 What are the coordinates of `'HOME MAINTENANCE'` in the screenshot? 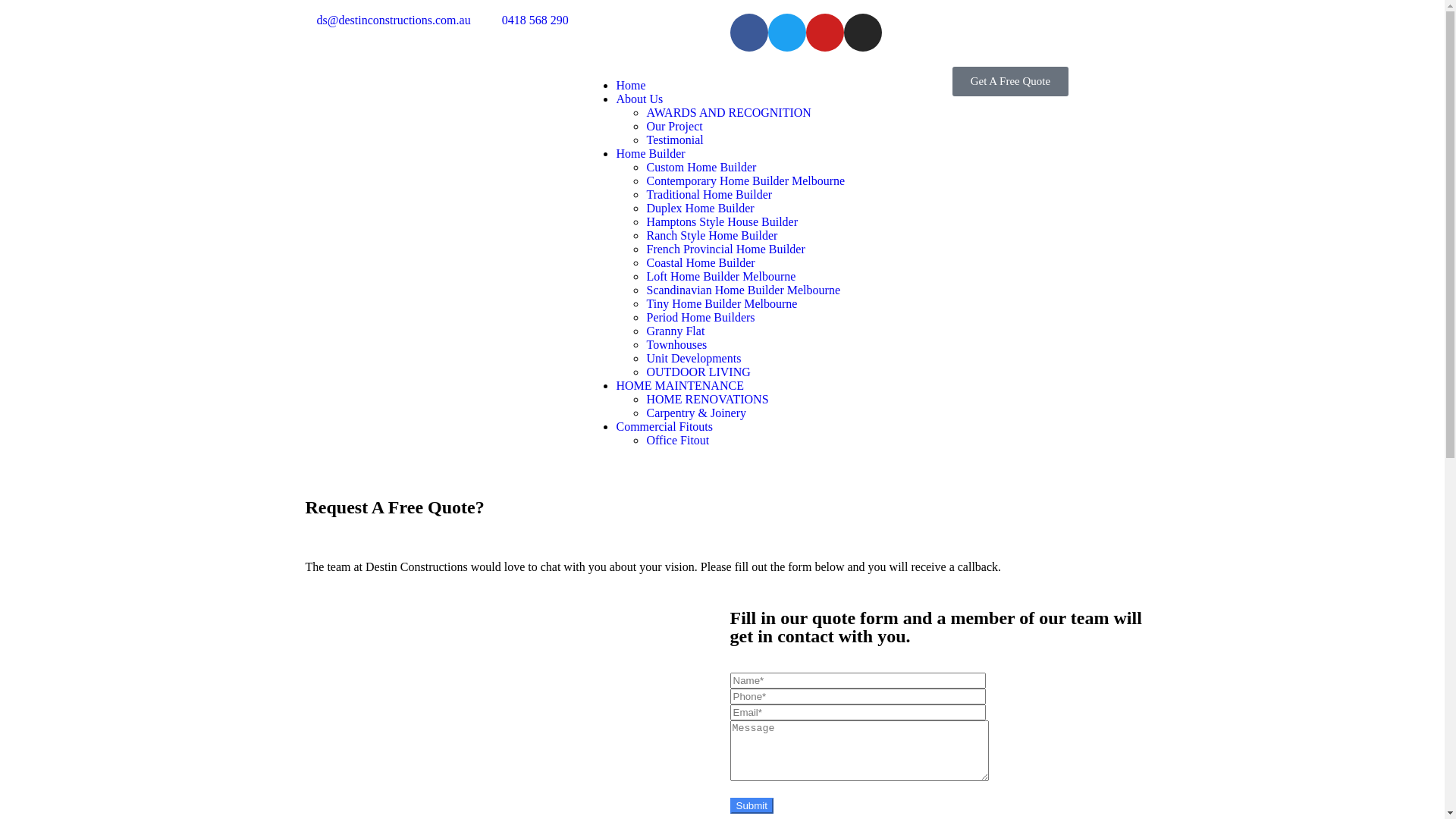 It's located at (615, 384).